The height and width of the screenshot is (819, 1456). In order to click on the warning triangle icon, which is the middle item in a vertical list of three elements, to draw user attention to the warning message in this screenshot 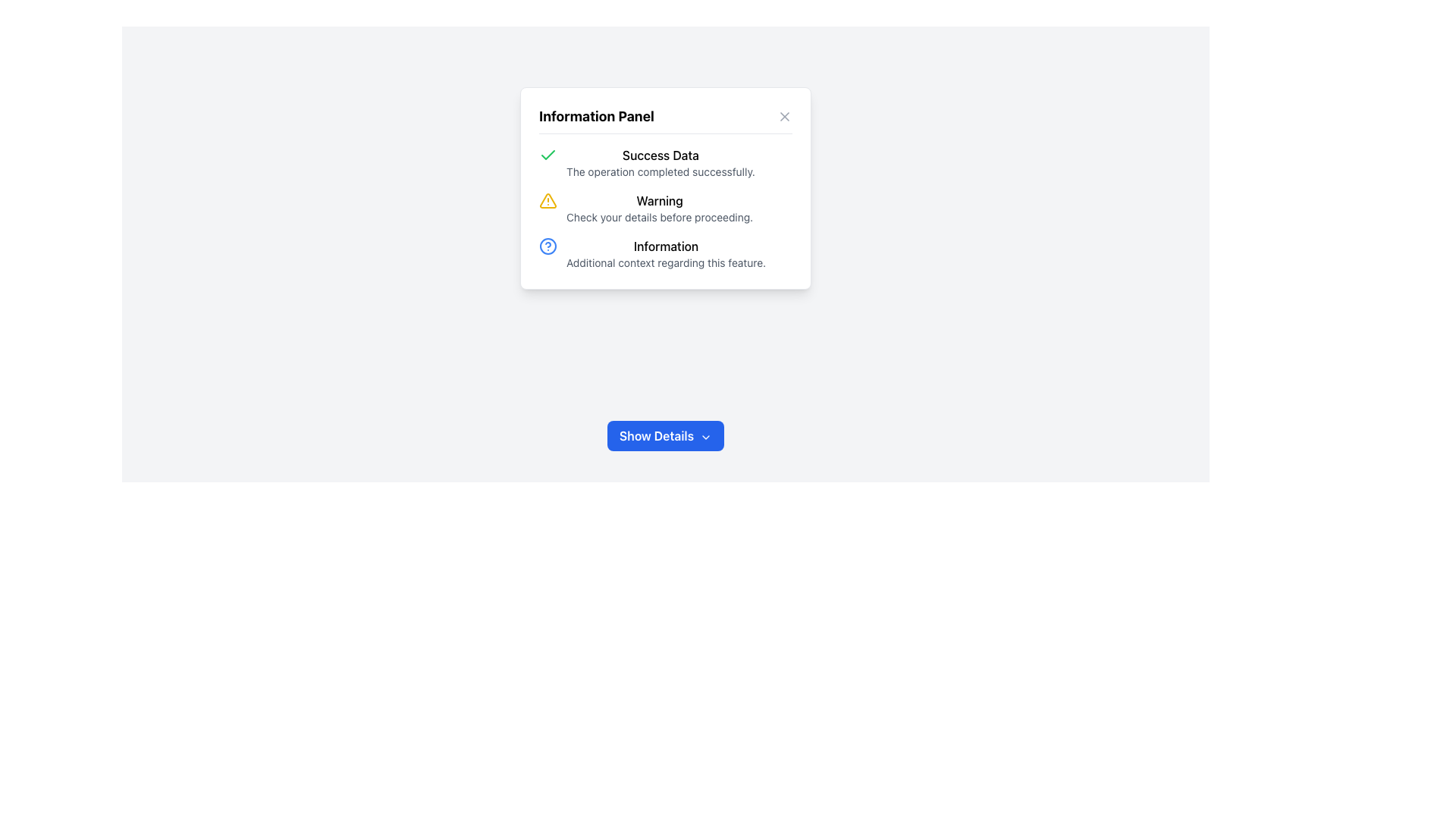, I will do `click(548, 200)`.